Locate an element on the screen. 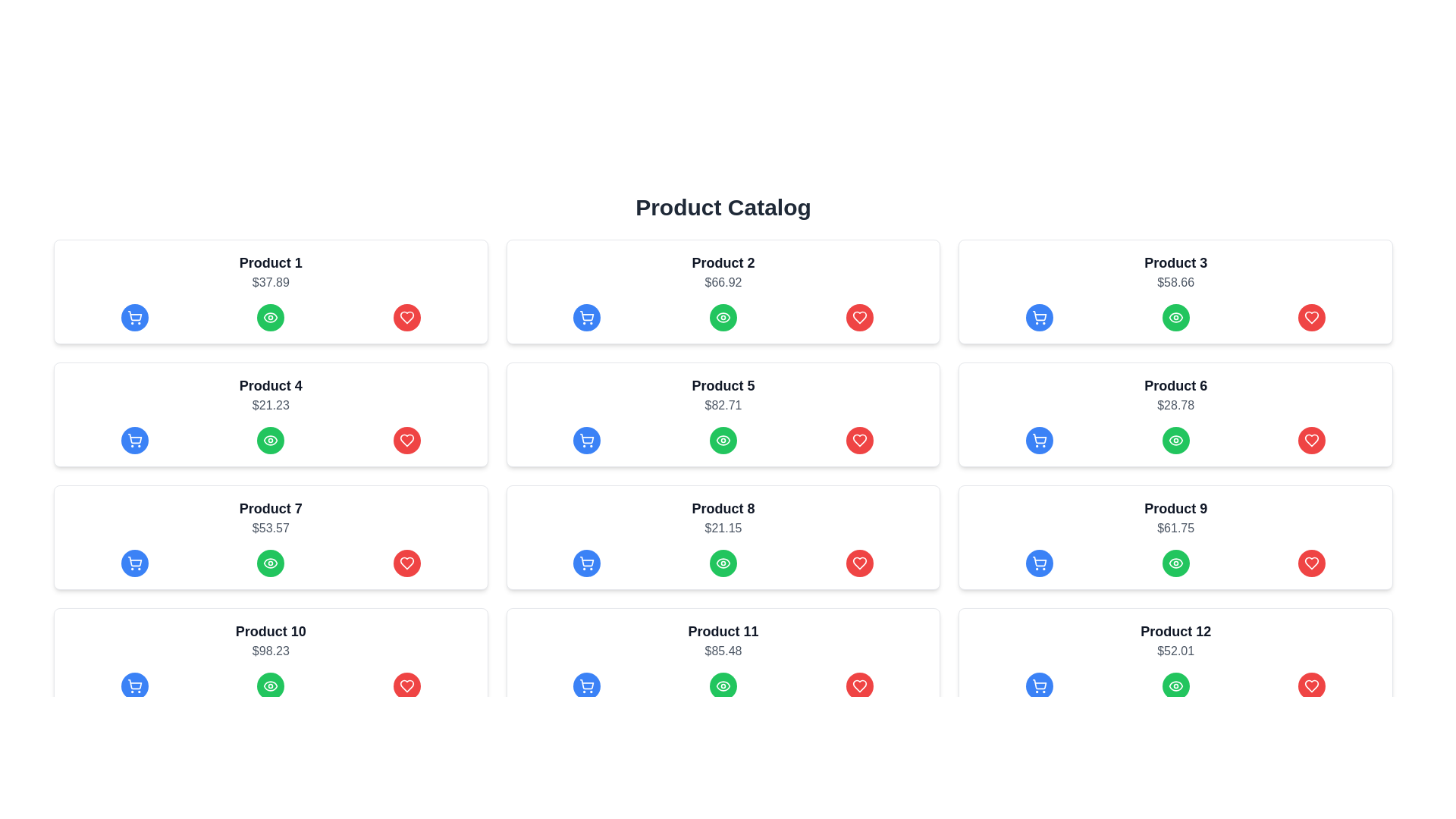 This screenshot has width=1456, height=819. the rounded blue button with a white shopping cart icon located at the bottom left corner of the 'Product 5' card is located at coordinates (586, 441).